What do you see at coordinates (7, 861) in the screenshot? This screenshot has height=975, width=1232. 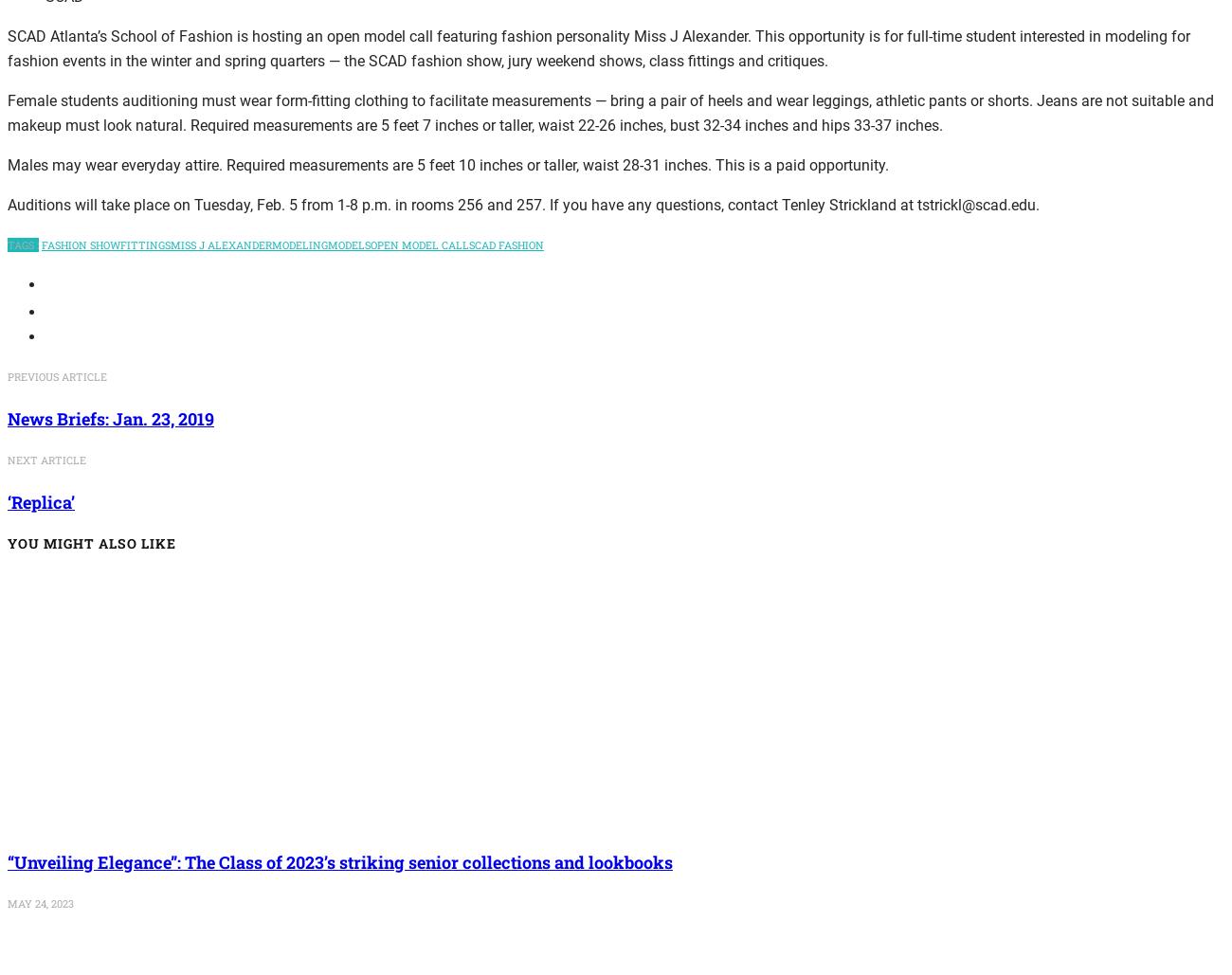 I see `'“Unveiling Elegance”: The Class of 2023’s striking senior collections and lookbooks'` at bounding box center [7, 861].